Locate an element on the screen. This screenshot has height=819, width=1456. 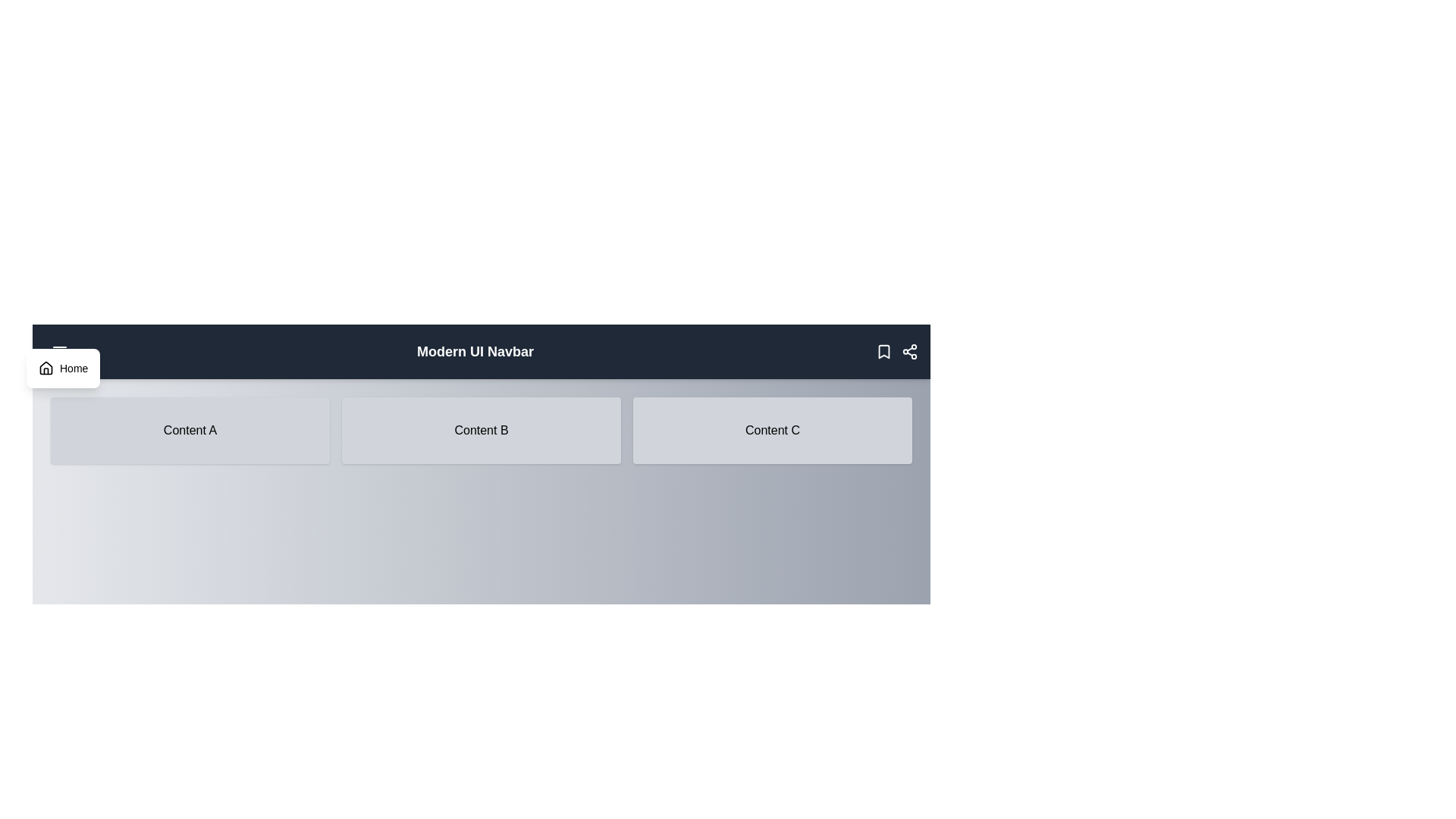
the 'Content B' box is located at coordinates (480, 430).